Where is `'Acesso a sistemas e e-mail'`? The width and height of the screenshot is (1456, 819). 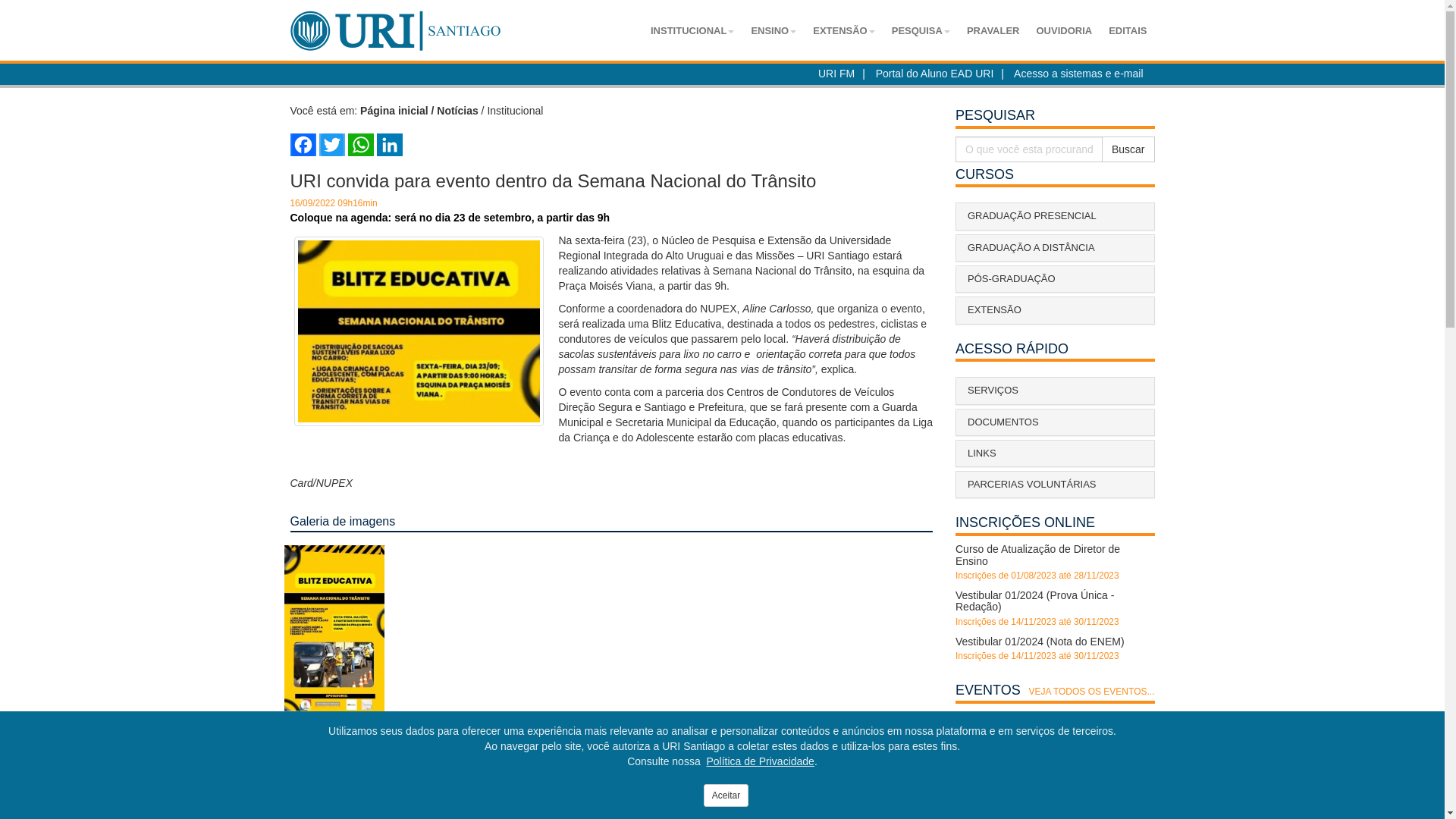 'Acesso a sistemas e e-mail' is located at coordinates (1077, 73).